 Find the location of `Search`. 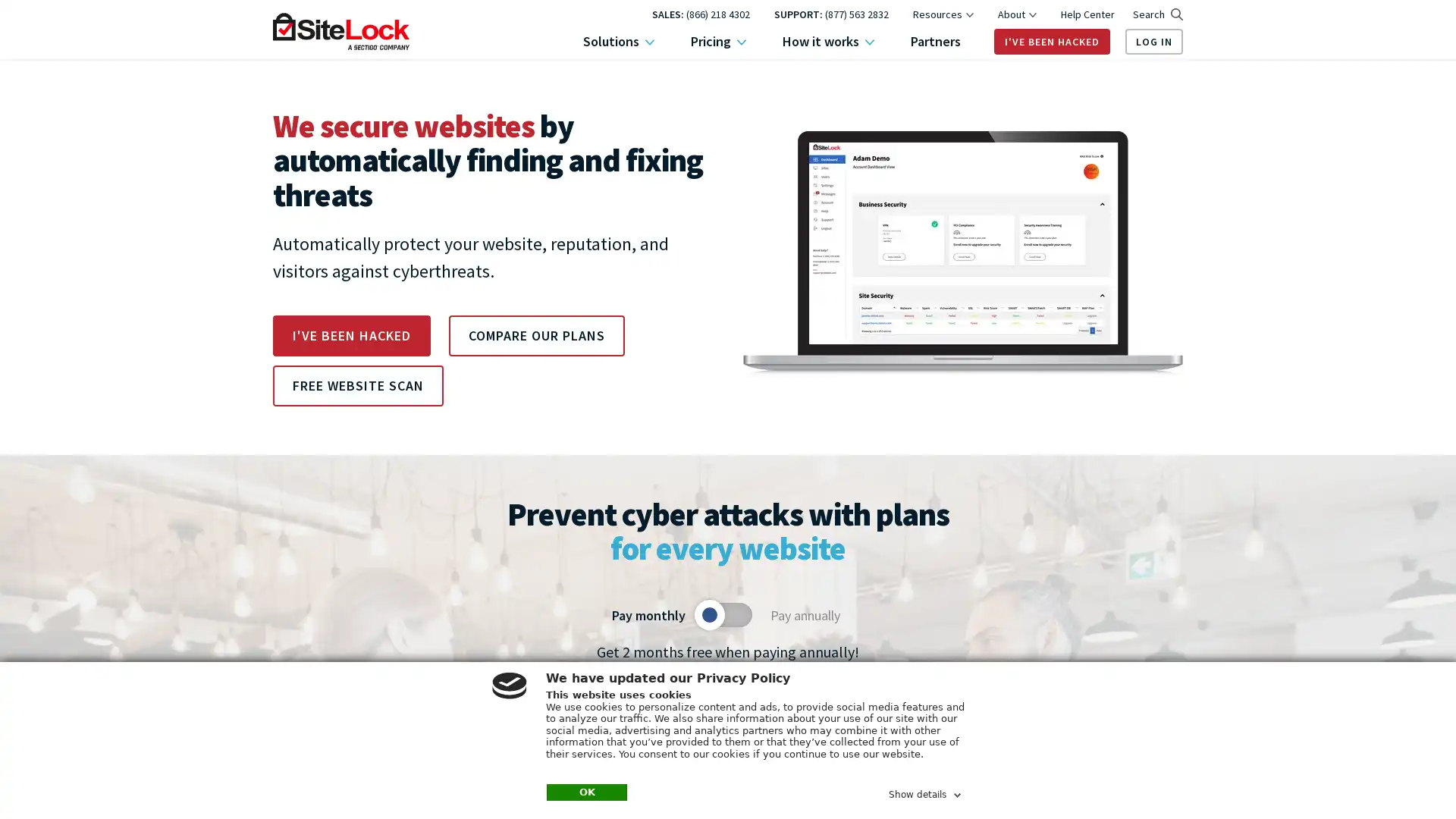

Search is located at coordinates (1156, 14).